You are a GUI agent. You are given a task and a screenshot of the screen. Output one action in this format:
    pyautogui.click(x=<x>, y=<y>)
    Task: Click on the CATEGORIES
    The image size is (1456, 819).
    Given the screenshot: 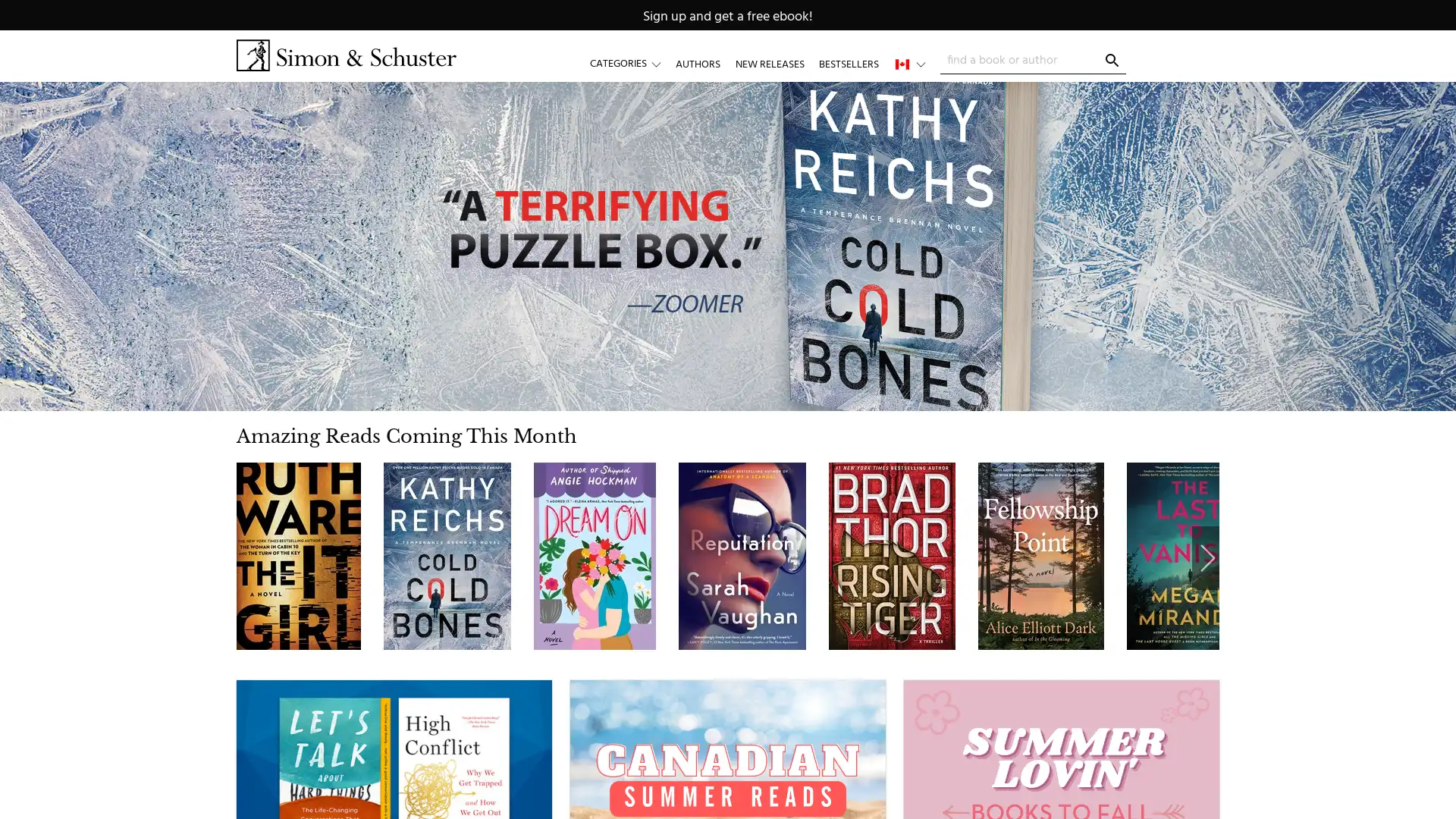 What is the action you would take?
    pyautogui.click(x=632, y=63)
    